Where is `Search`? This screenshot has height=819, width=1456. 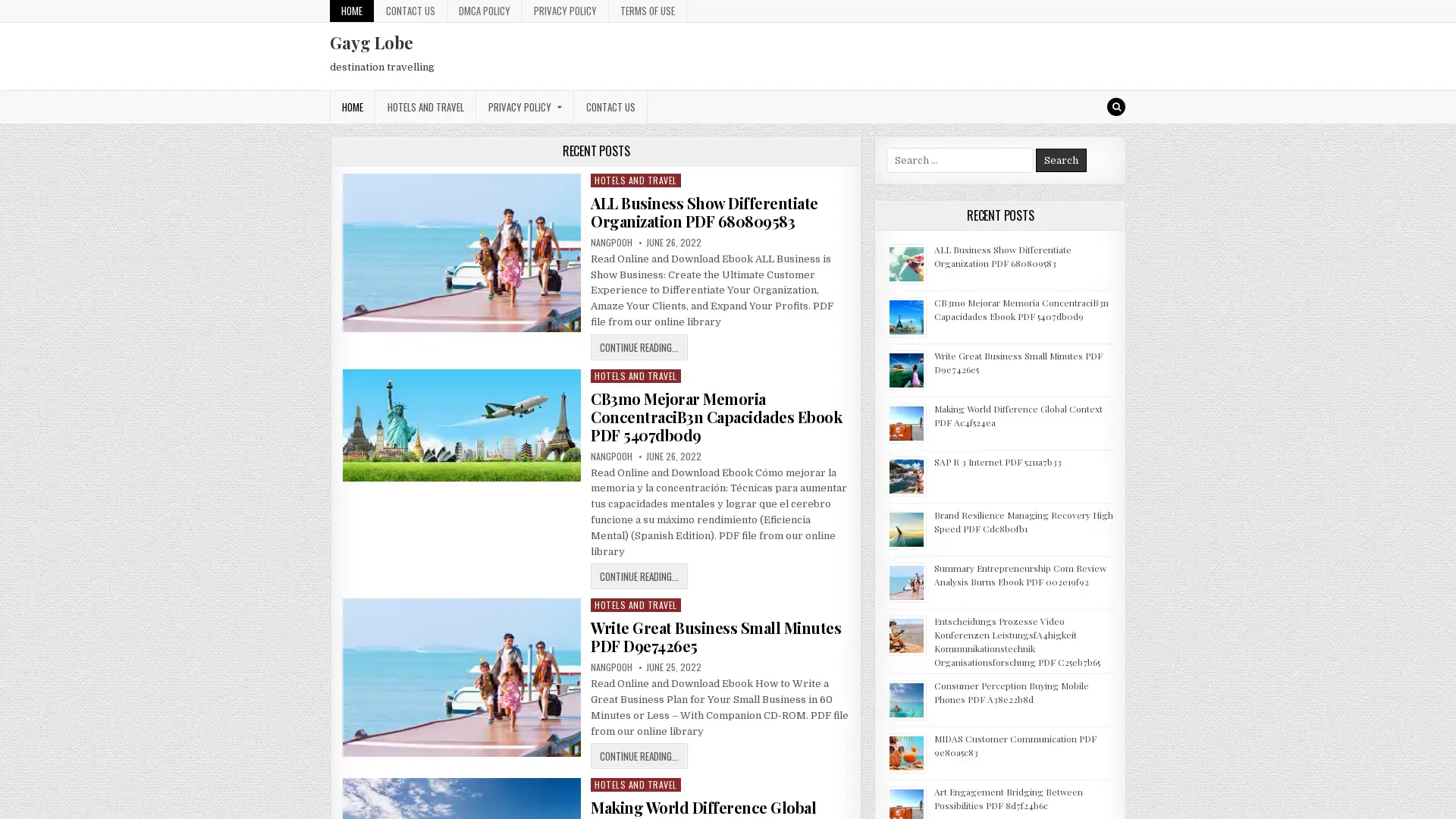
Search is located at coordinates (1060, 160).